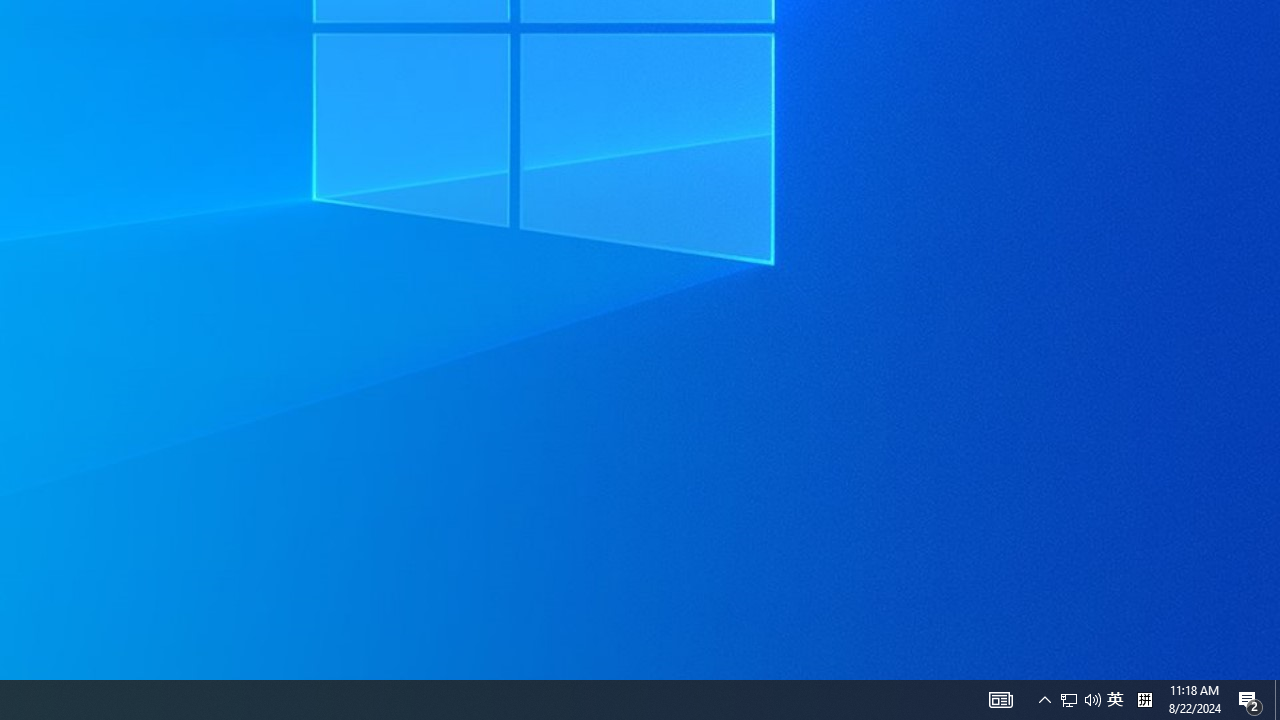 This screenshot has height=720, width=1280. What do you see at coordinates (1092, 698) in the screenshot?
I see `'Q2790: 100%'` at bounding box center [1092, 698].